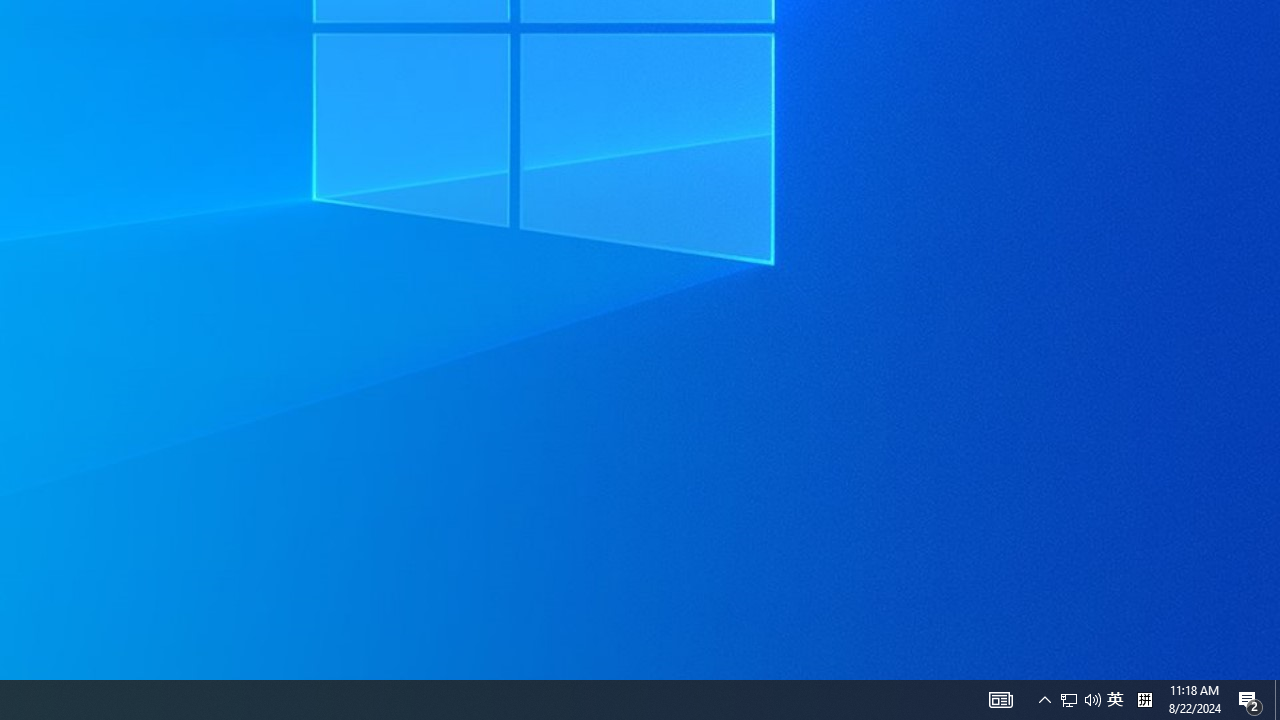 This screenshot has height=720, width=1280. What do you see at coordinates (1092, 698) in the screenshot?
I see `'Q2790: 100%'` at bounding box center [1092, 698].